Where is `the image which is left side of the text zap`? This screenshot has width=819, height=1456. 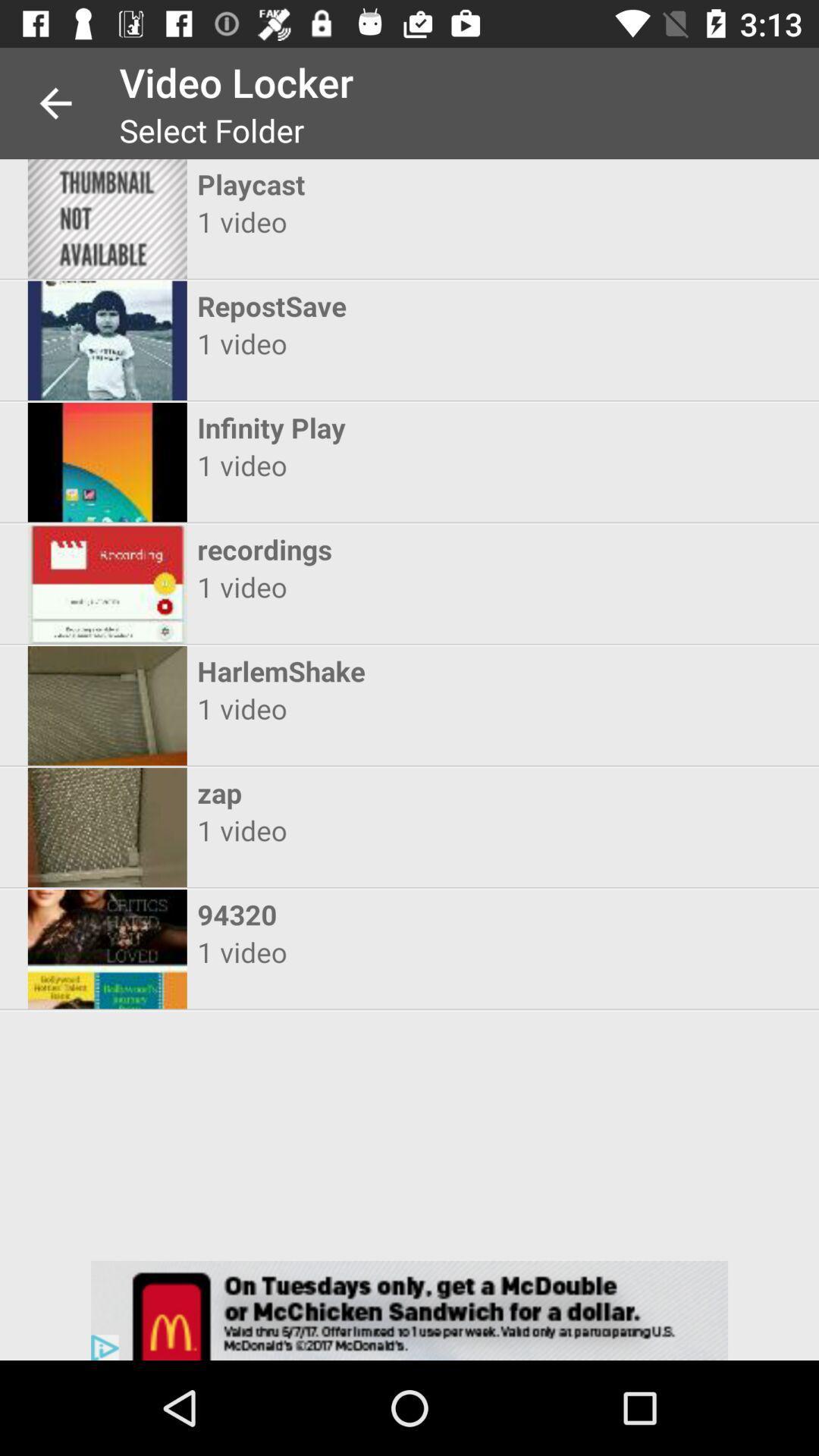 the image which is left side of the text zap is located at coordinates (107, 827).